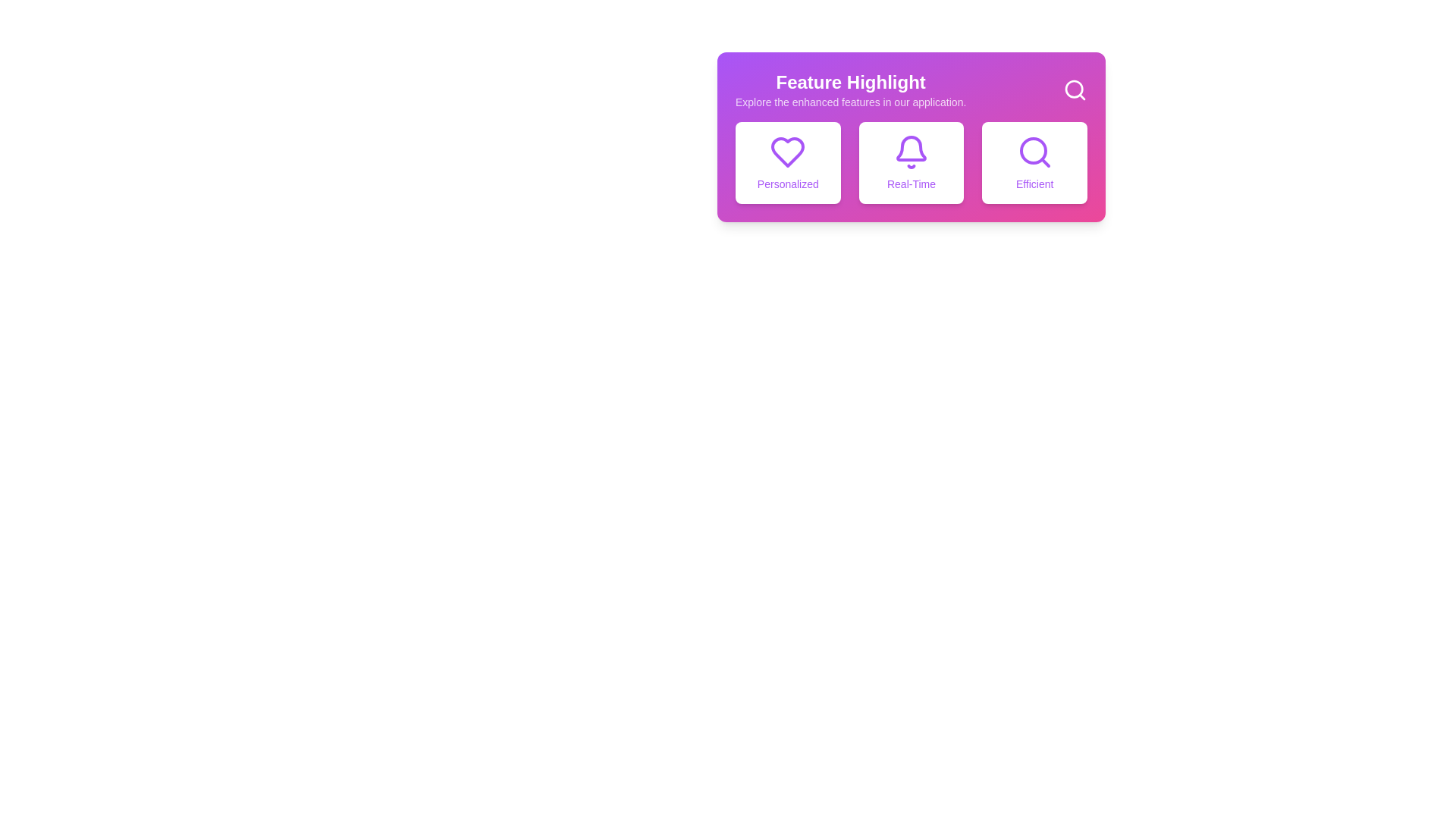  Describe the element at coordinates (910, 163) in the screenshot. I see `the contents of the card featuring a bell icon and 'Real-Time' text, which is positioned in the middle column of the grid layout` at that location.